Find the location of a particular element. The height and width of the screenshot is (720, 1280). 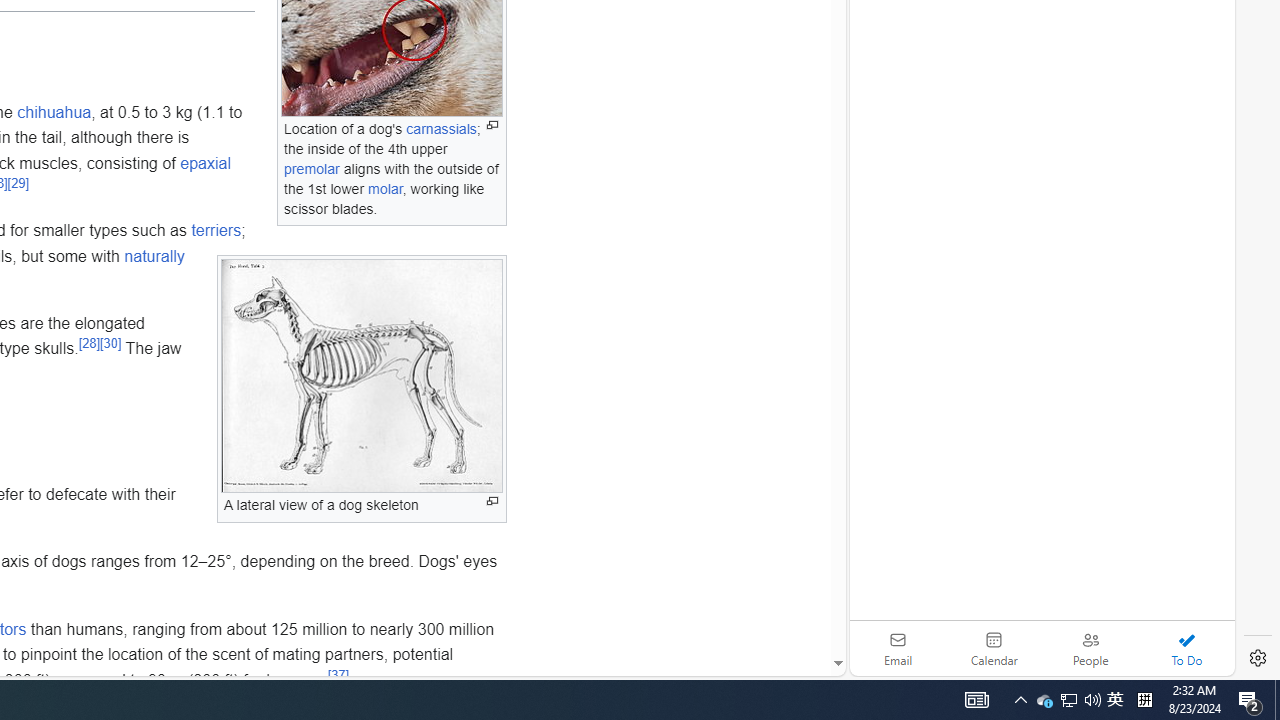

'[29]' is located at coordinates (17, 183).